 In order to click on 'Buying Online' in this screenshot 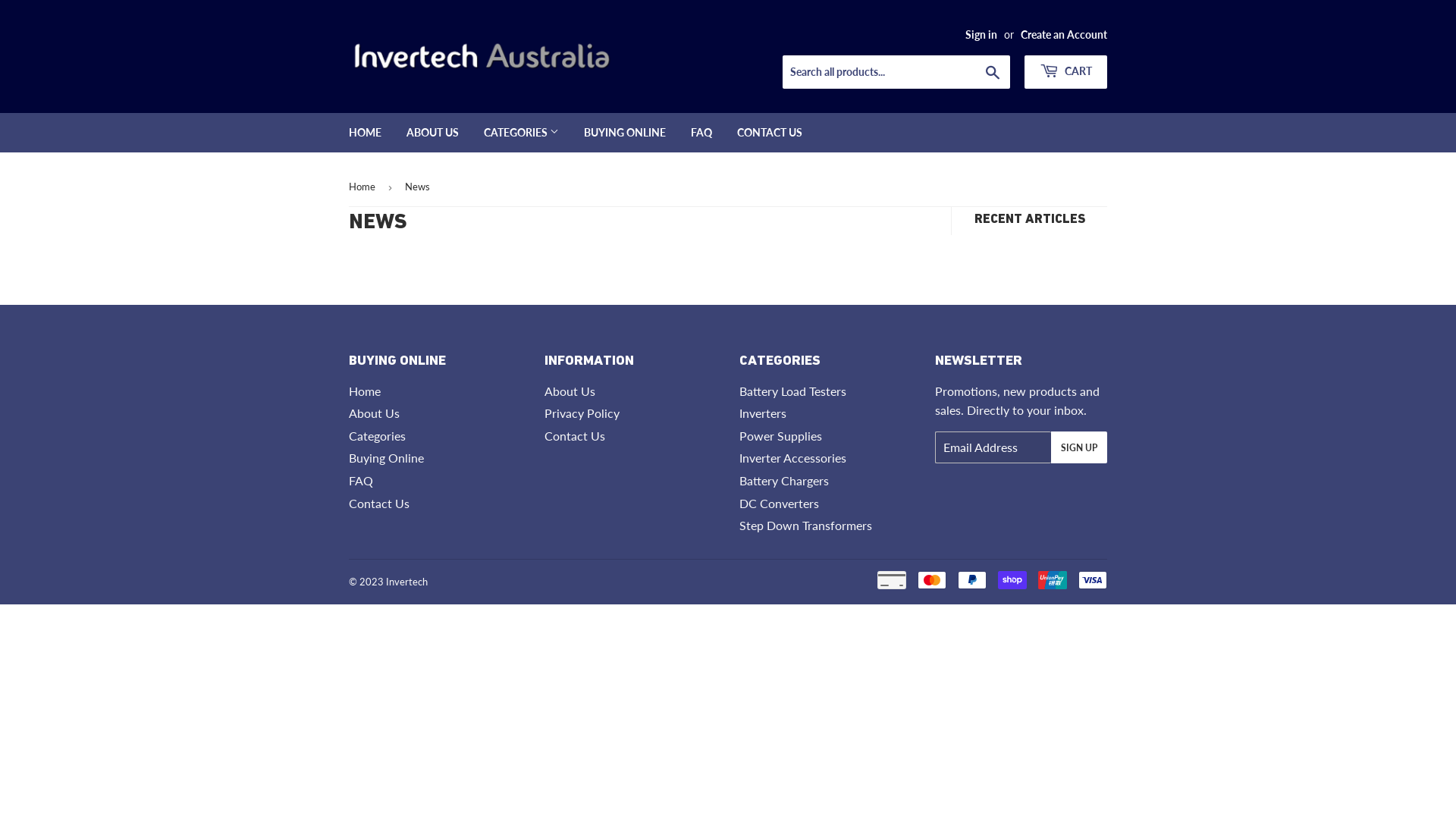, I will do `click(386, 457)`.